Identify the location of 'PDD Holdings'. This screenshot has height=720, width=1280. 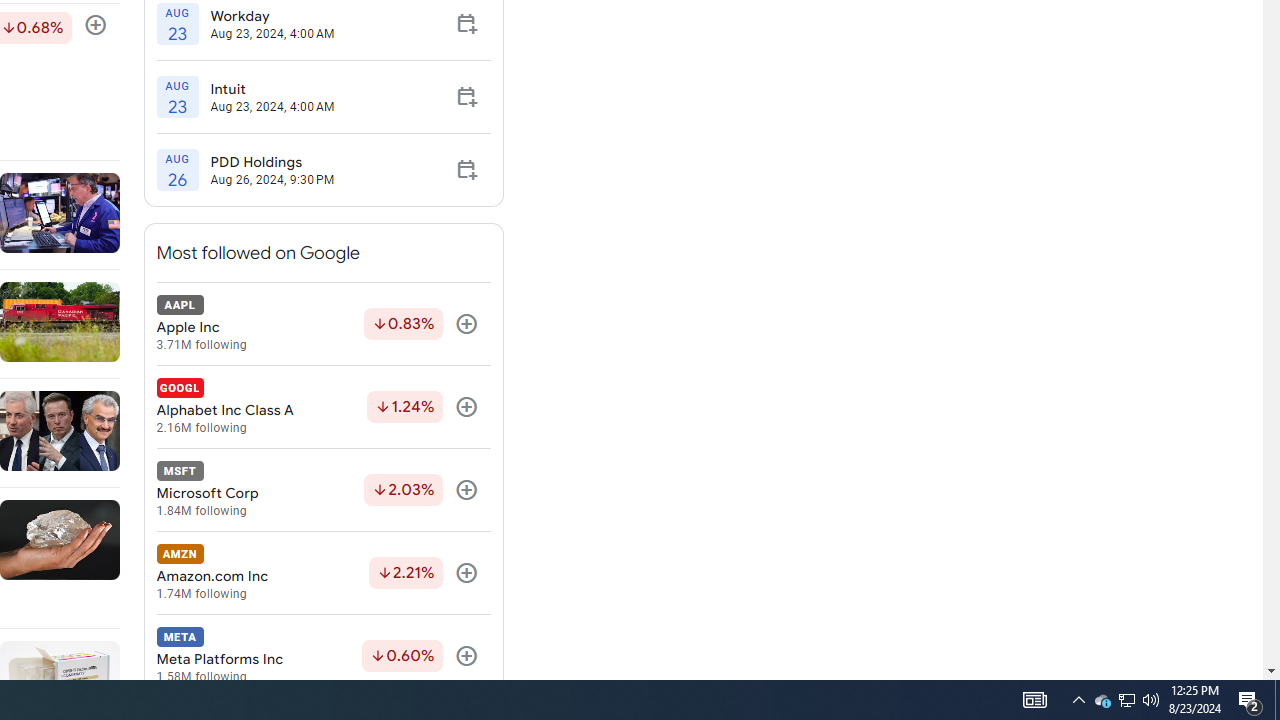
(271, 161).